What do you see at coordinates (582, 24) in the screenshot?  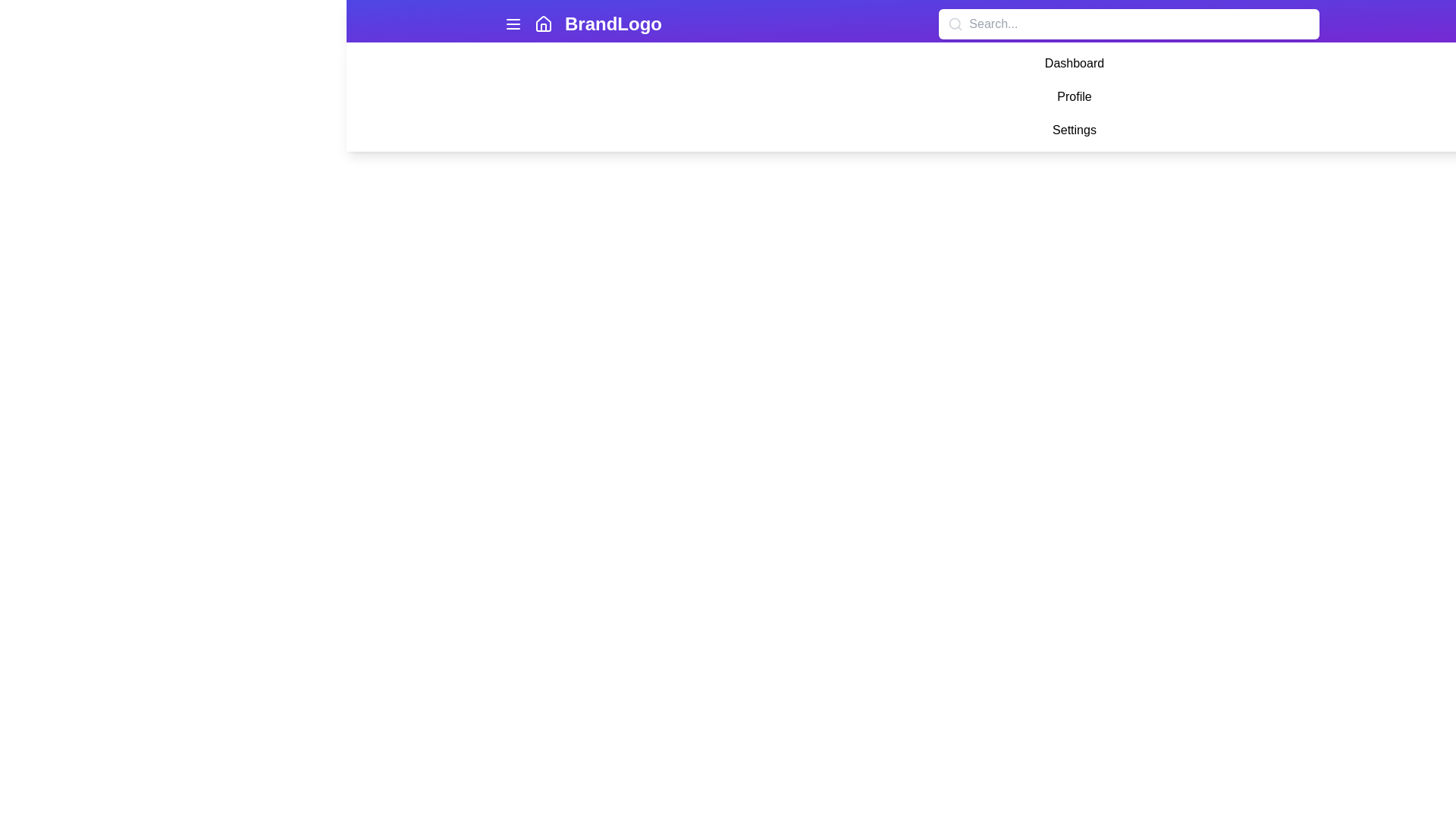 I see `the Brand Logo text label 'BrandLogo'` at bounding box center [582, 24].